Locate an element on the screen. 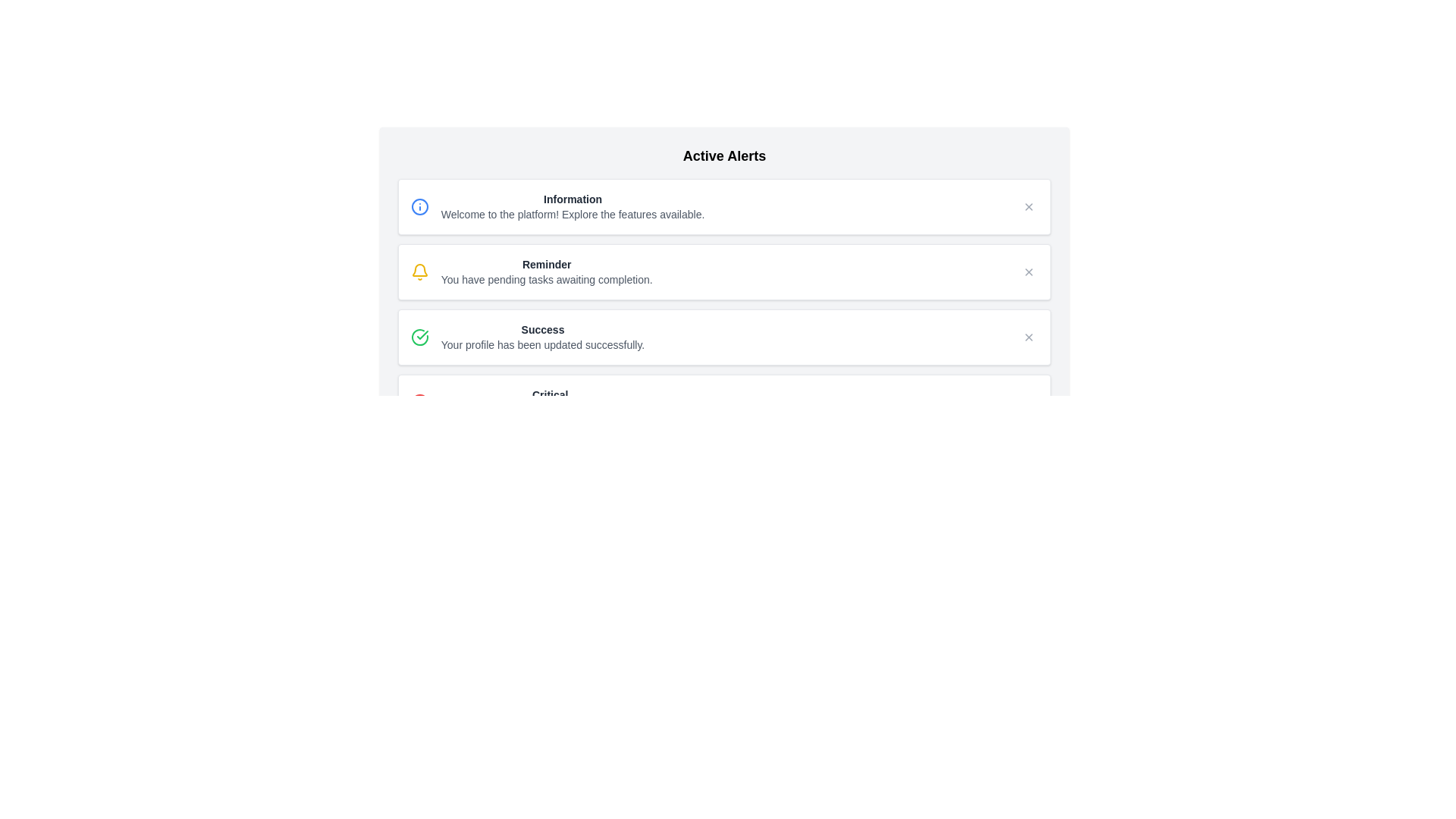 The height and width of the screenshot is (819, 1456). the static text label that indicates 'Critical' in the alert section, which emphasizes the importance of verifying your email is located at coordinates (549, 394).